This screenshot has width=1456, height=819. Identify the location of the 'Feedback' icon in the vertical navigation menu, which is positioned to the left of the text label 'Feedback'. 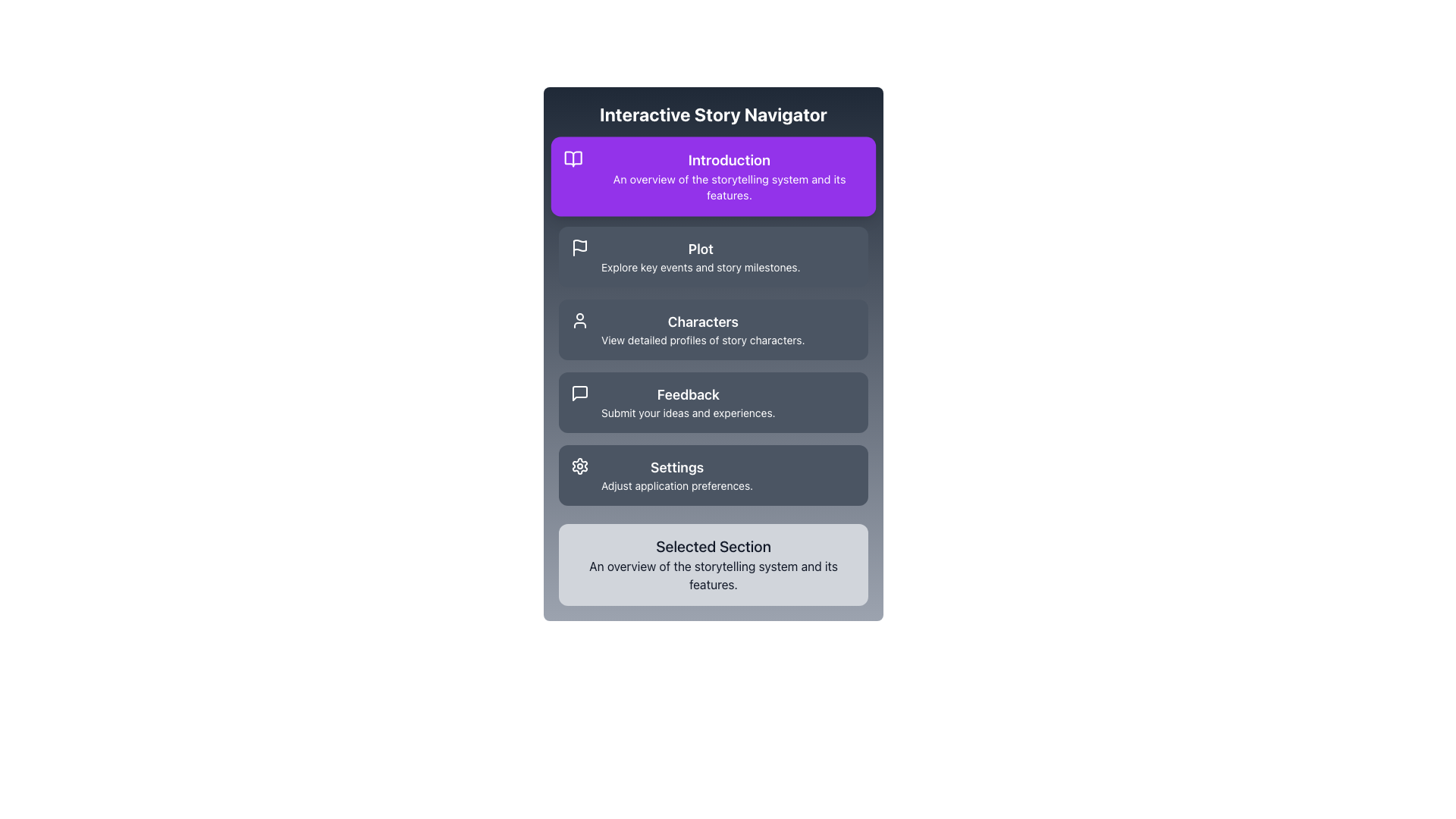
(579, 393).